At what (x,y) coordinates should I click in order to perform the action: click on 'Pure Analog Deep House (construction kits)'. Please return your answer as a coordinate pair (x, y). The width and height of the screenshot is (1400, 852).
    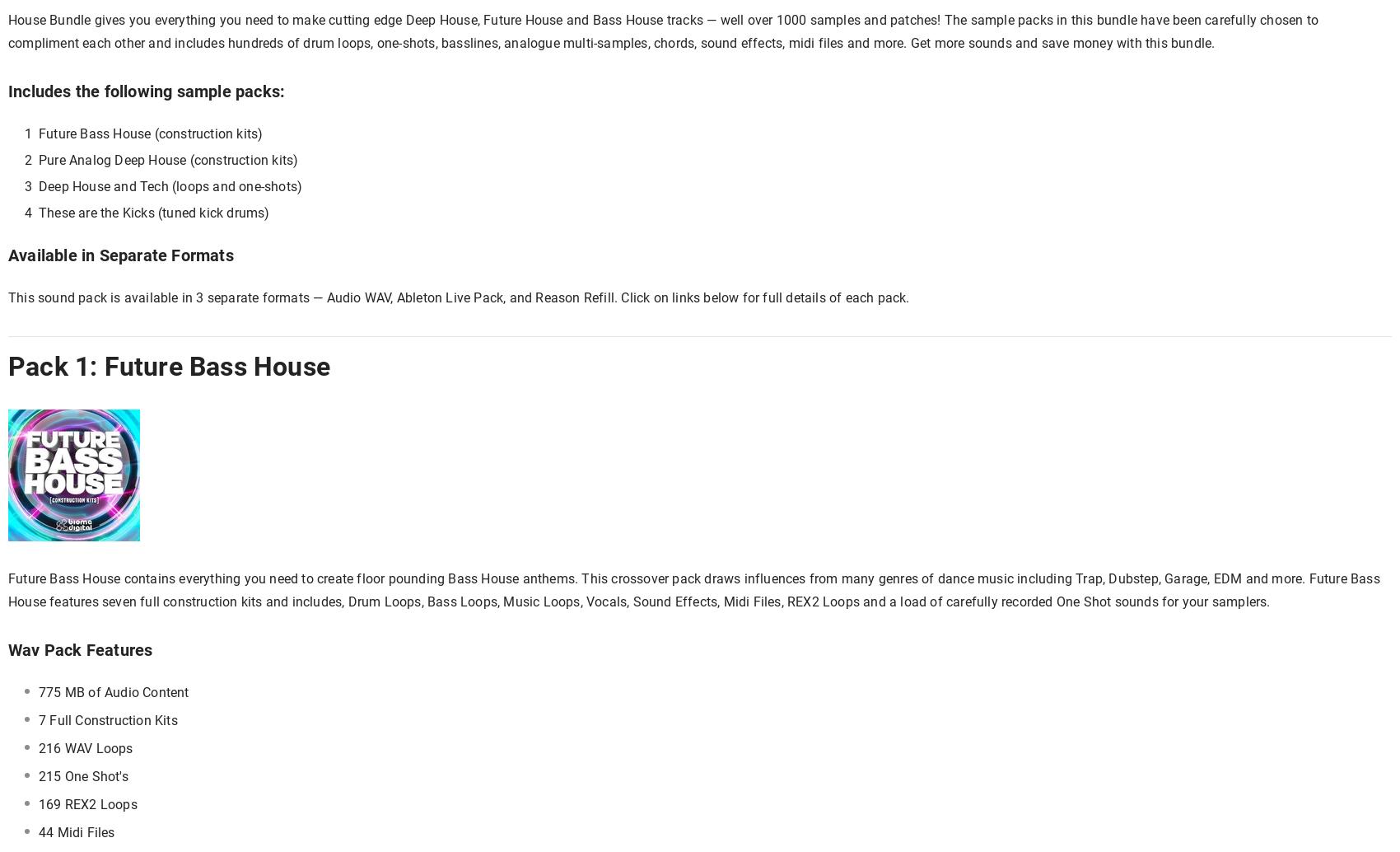
    Looking at the image, I should click on (167, 160).